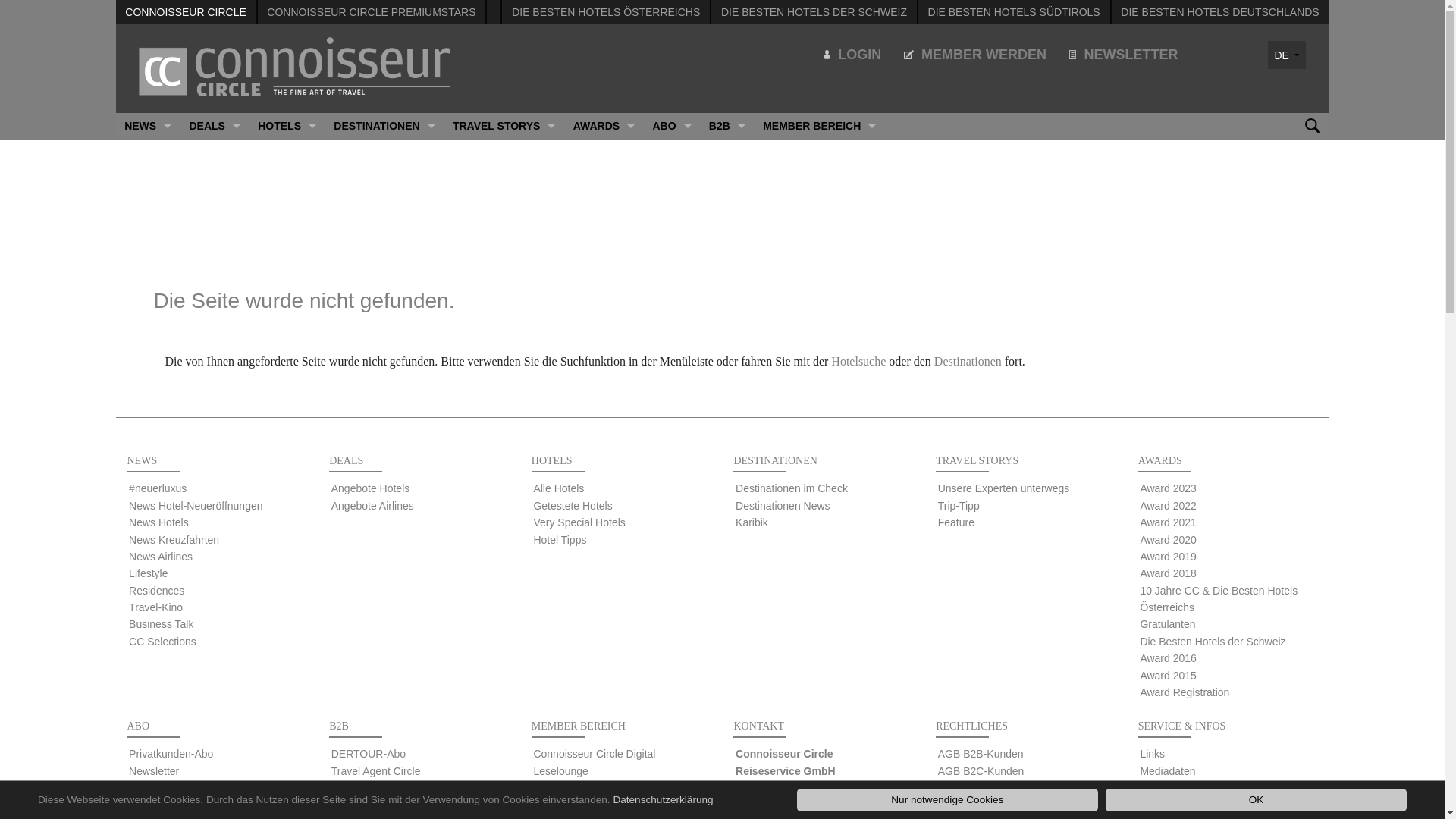 The width and height of the screenshot is (1456, 819). I want to click on 'Nur notwendige Cookies', so click(946, 799).